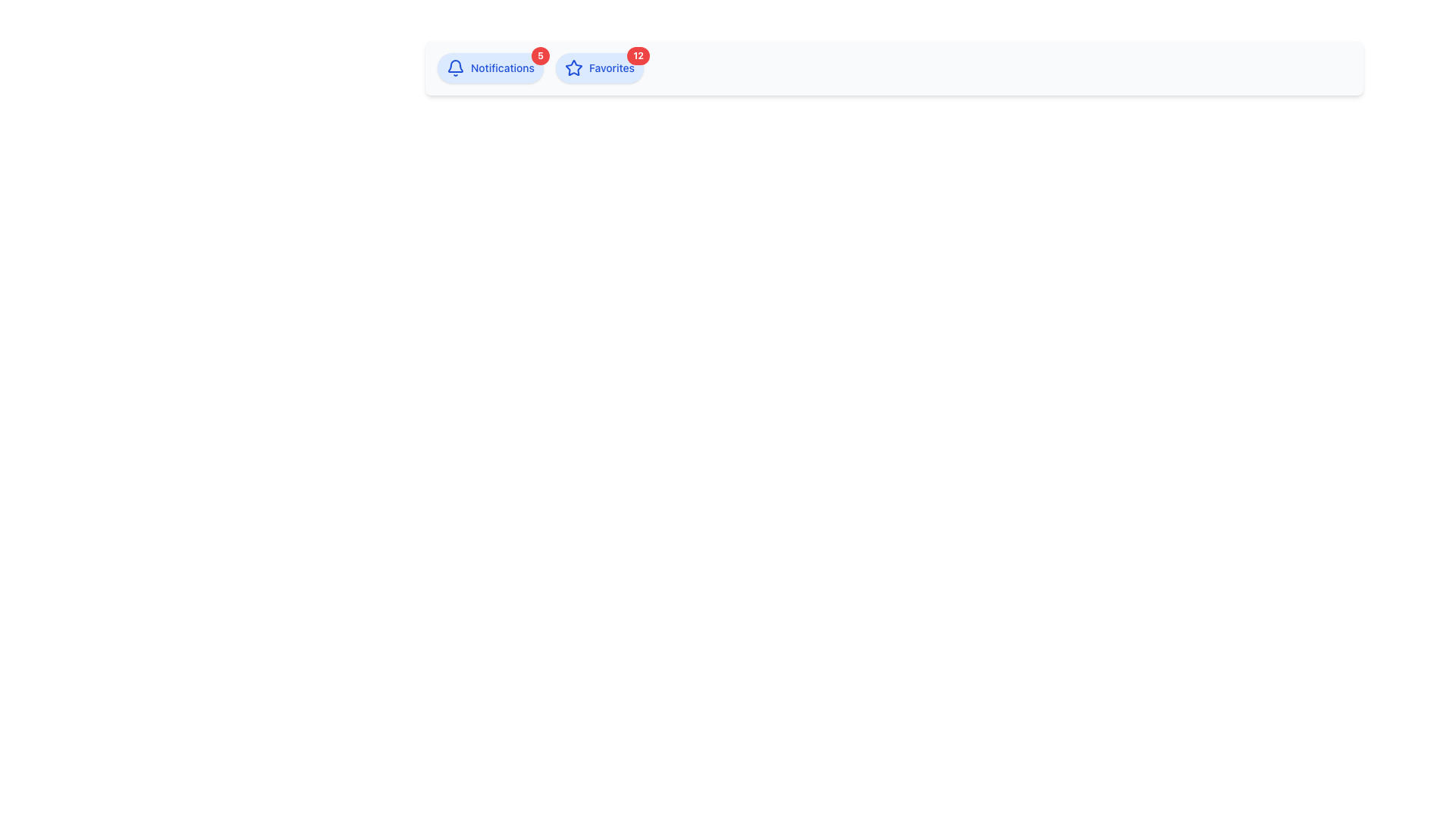  I want to click on the star icon that signifies 'Favorites', located towards the center-left of the 'Favorites12' button, so click(573, 67).